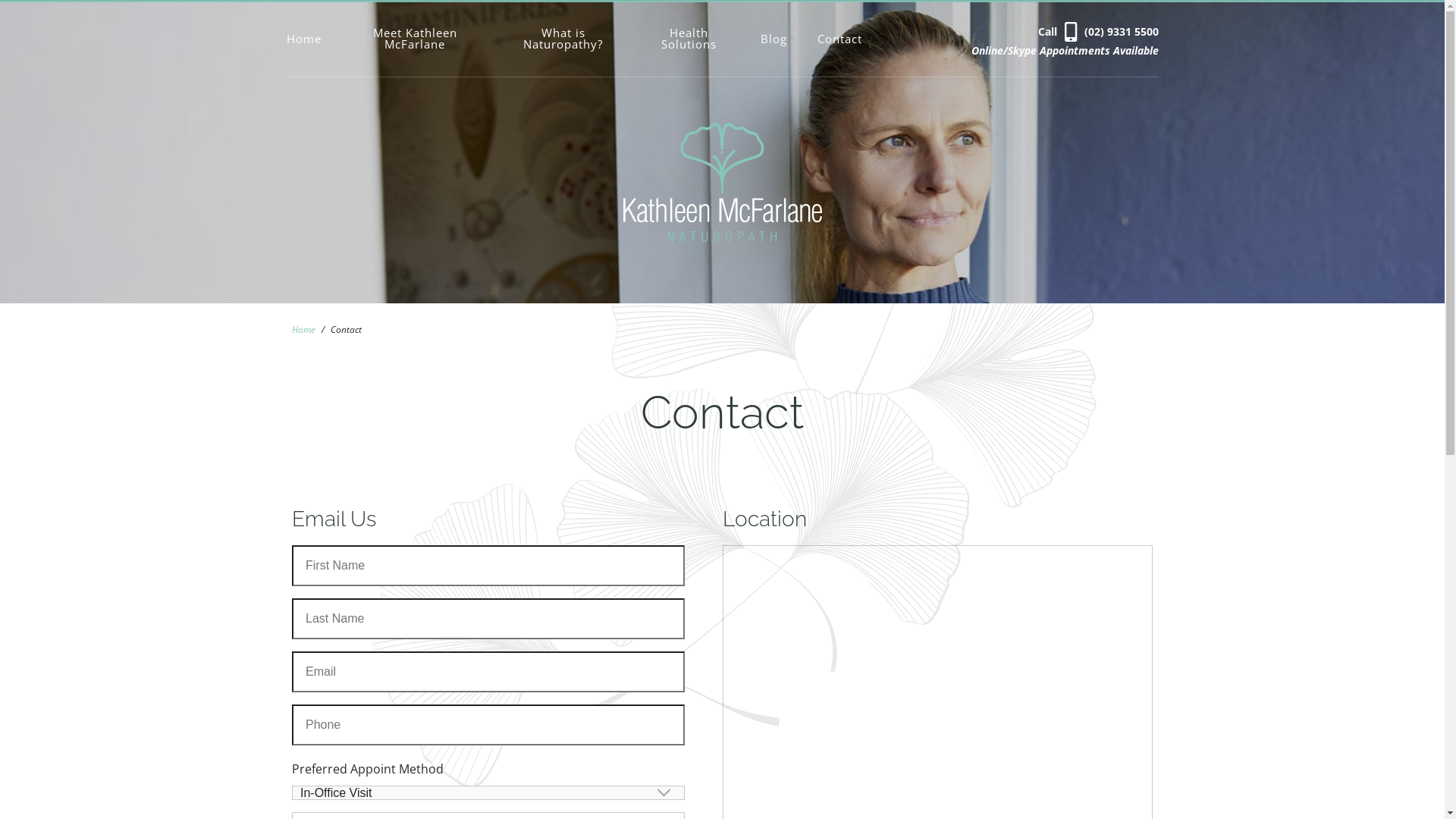  What do you see at coordinates (839, 38) in the screenshot?
I see `'Contact'` at bounding box center [839, 38].